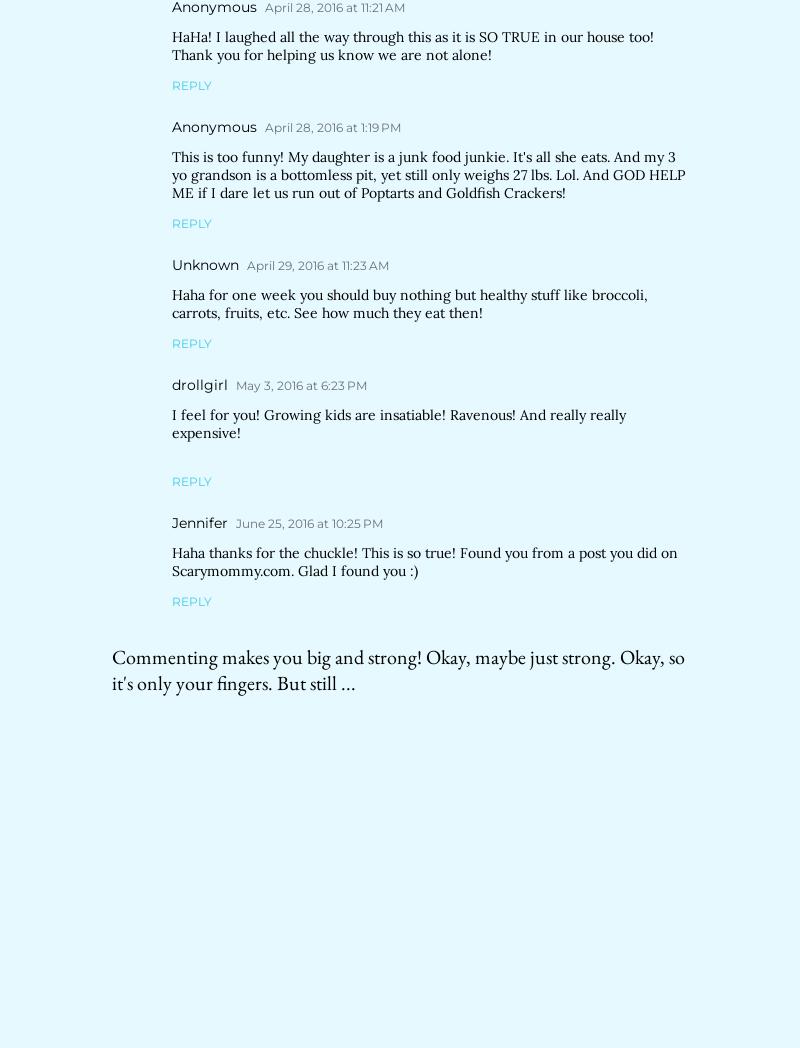 This screenshot has width=800, height=1048. I want to click on 'Haha thanks for the chuckle! This is so true! Found you from a post you did on Scarymommy.com. Glad I found you :)', so click(424, 561).